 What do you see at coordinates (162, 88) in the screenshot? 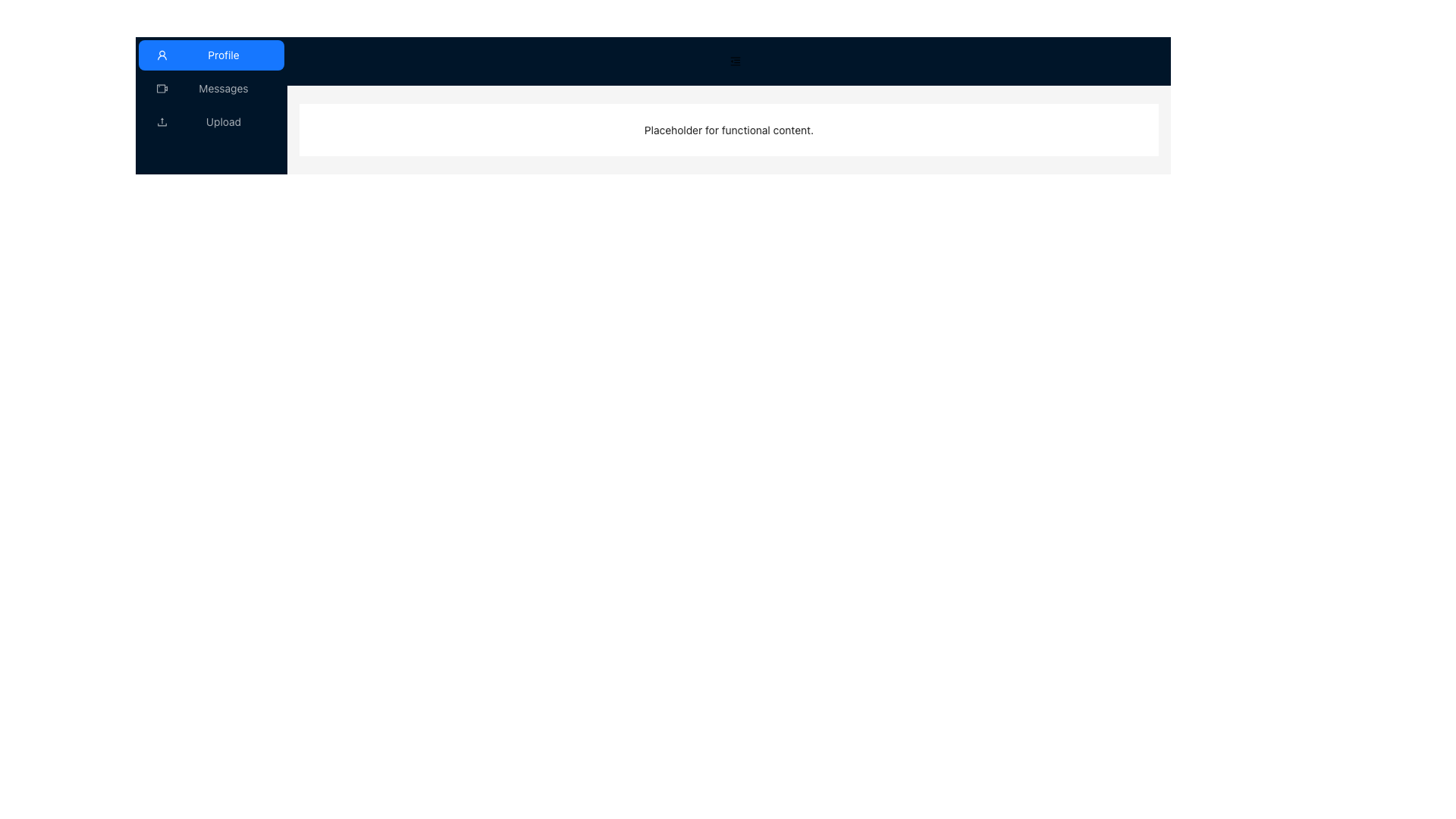
I see `the video camera icon located in the left sidebar, next to the text 'Messages'` at bounding box center [162, 88].